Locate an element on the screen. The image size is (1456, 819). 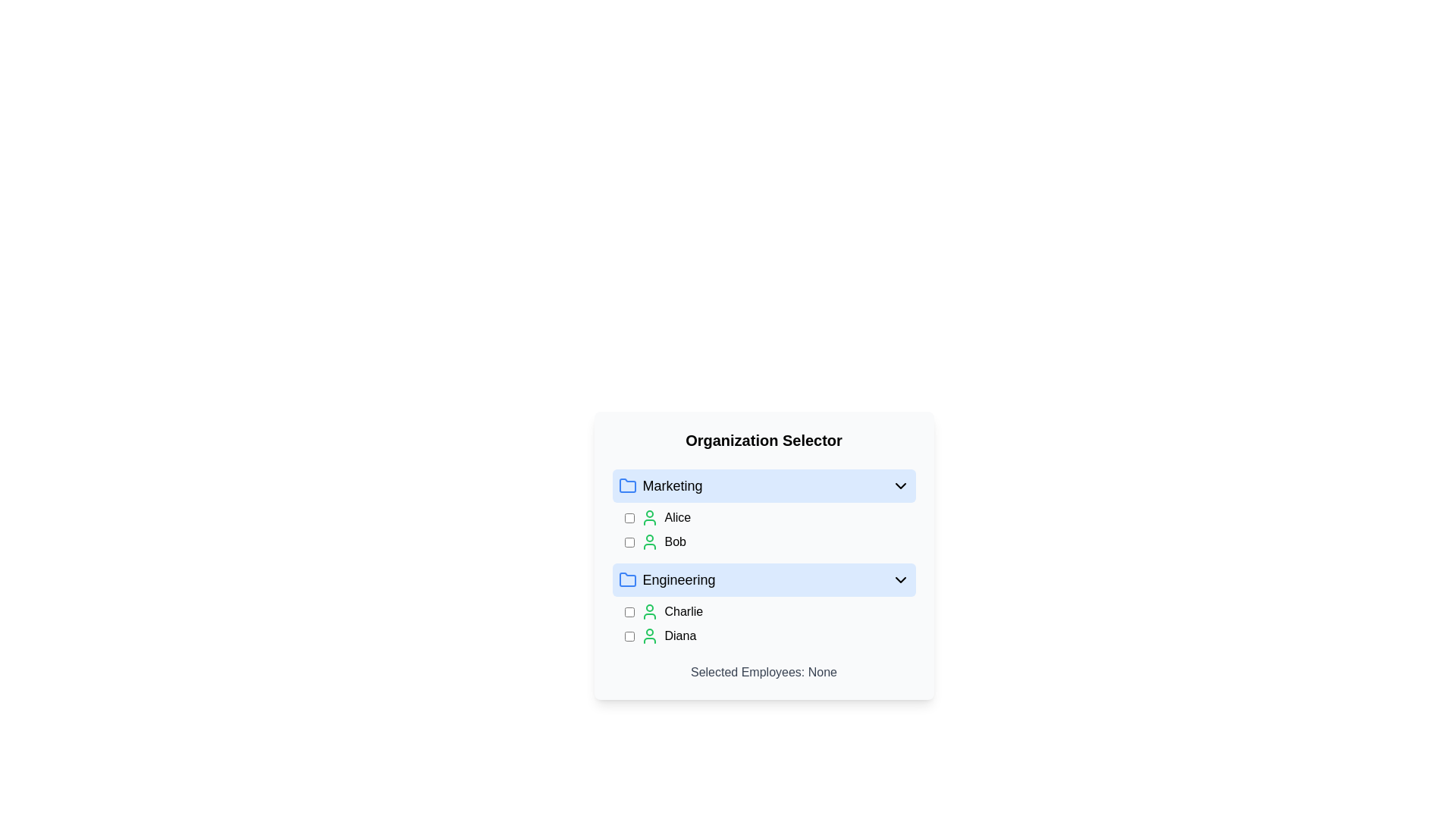
the text label 'Bob' located in the 'Marketing' section, which is the second entry in the list is located at coordinates (674, 541).